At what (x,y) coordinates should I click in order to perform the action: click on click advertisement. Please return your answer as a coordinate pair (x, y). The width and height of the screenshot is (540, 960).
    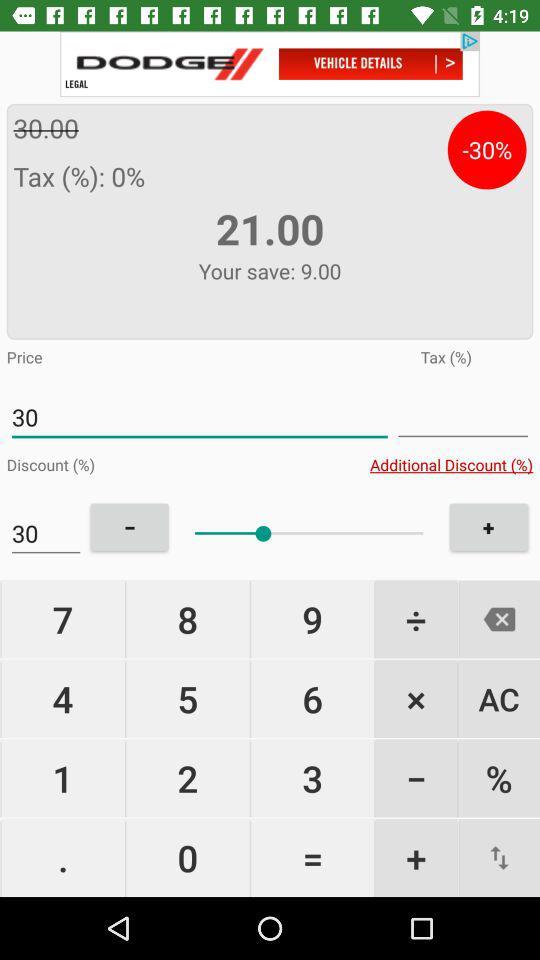
    Looking at the image, I should click on (270, 64).